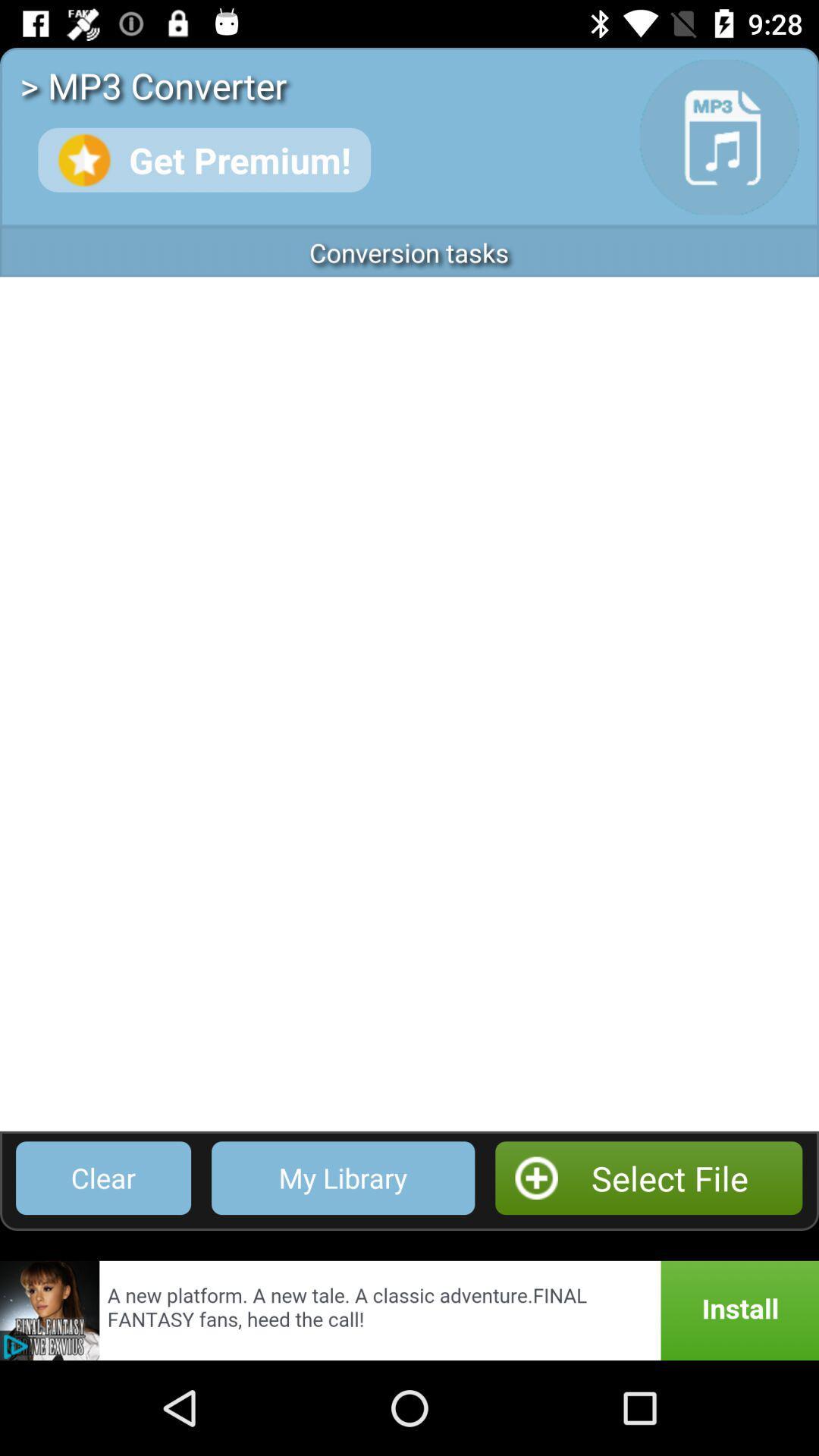 The image size is (819, 1456). What do you see at coordinates (102, 1177) in the screenshot?
I see `the clear` at bounding box center [102, 1177].